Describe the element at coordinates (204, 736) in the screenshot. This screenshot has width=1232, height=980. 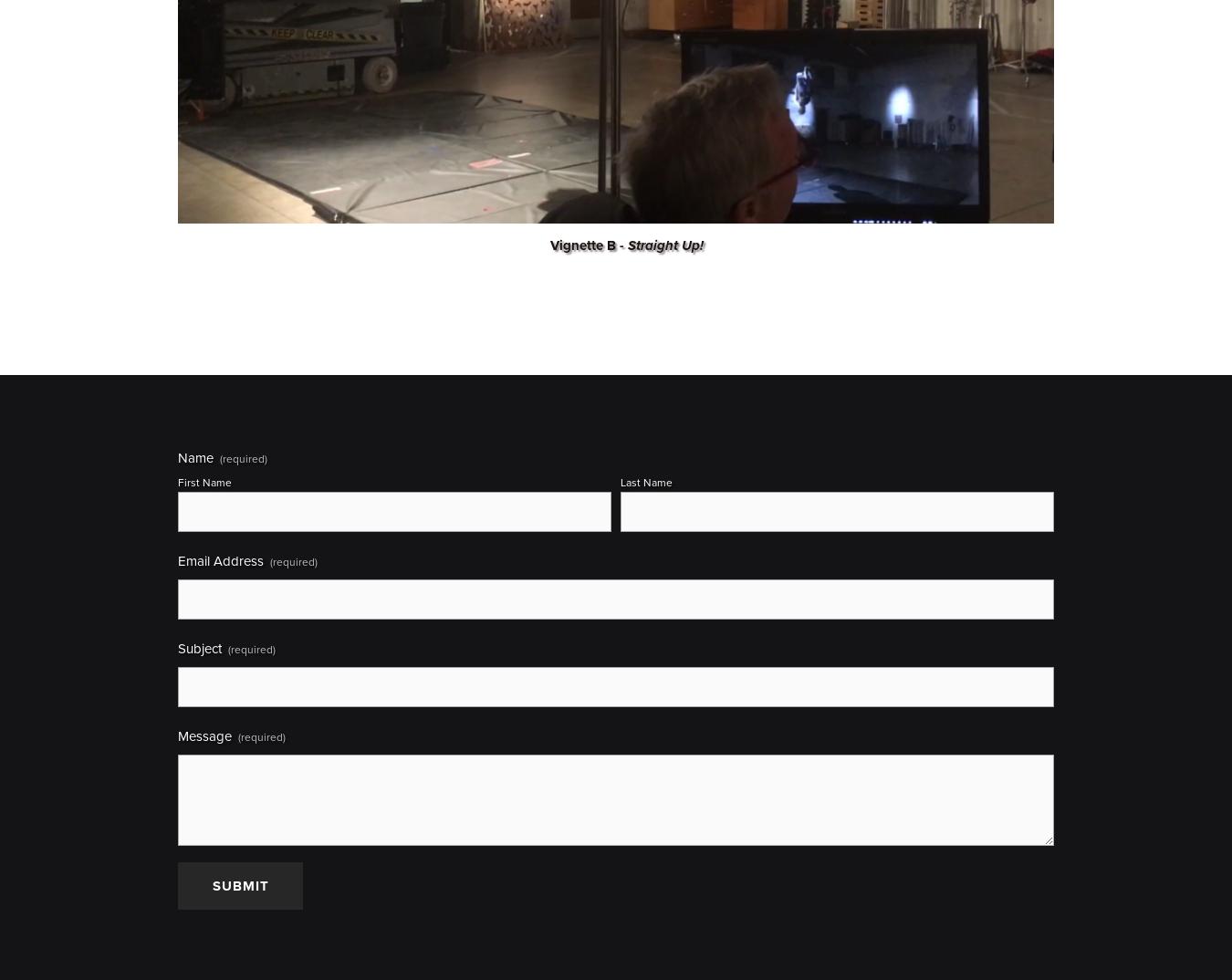
I see `'Message'` at that location.